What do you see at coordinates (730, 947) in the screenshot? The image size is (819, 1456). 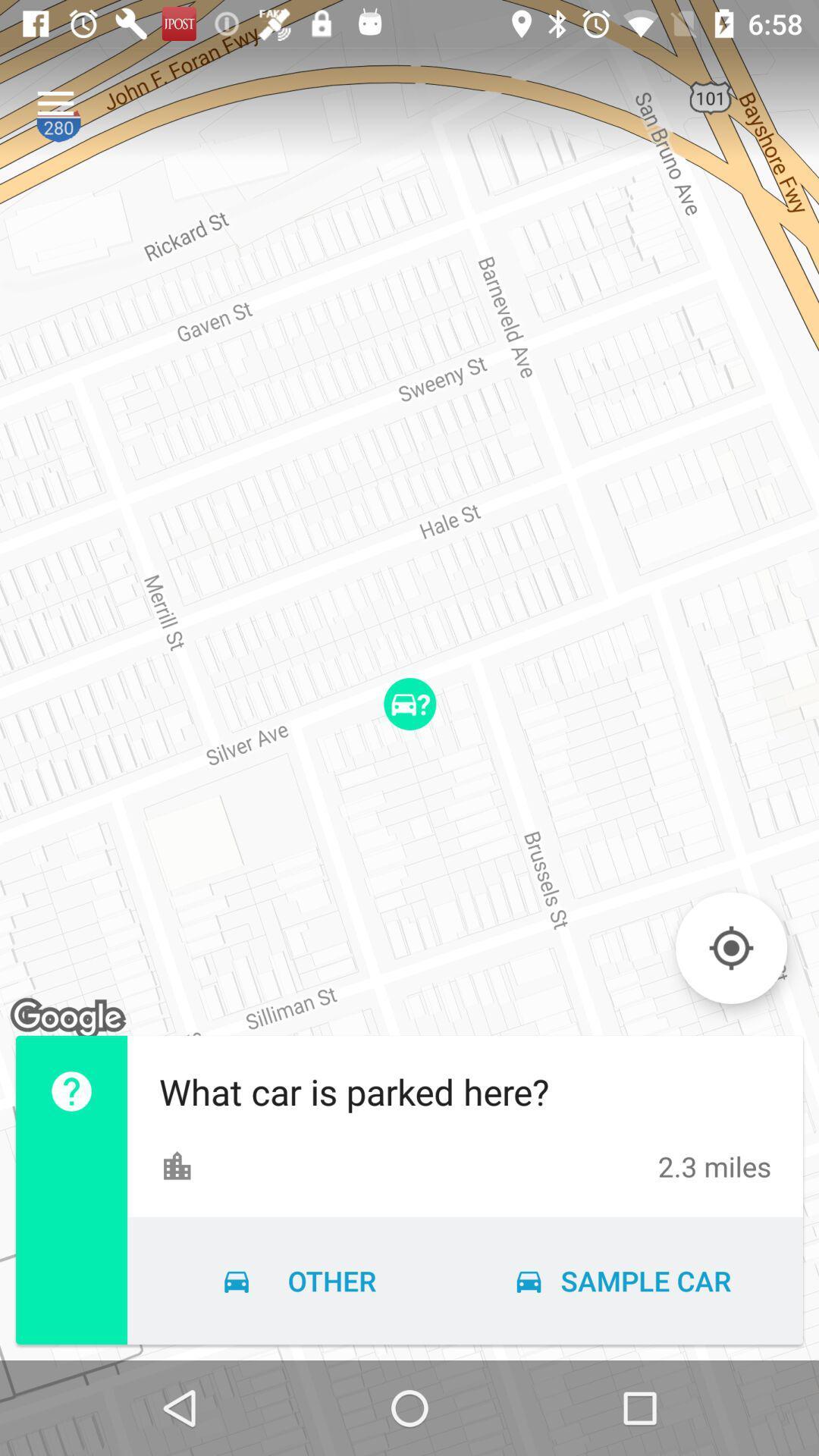 I see `to current gps location` at bounding box center [730, 947].